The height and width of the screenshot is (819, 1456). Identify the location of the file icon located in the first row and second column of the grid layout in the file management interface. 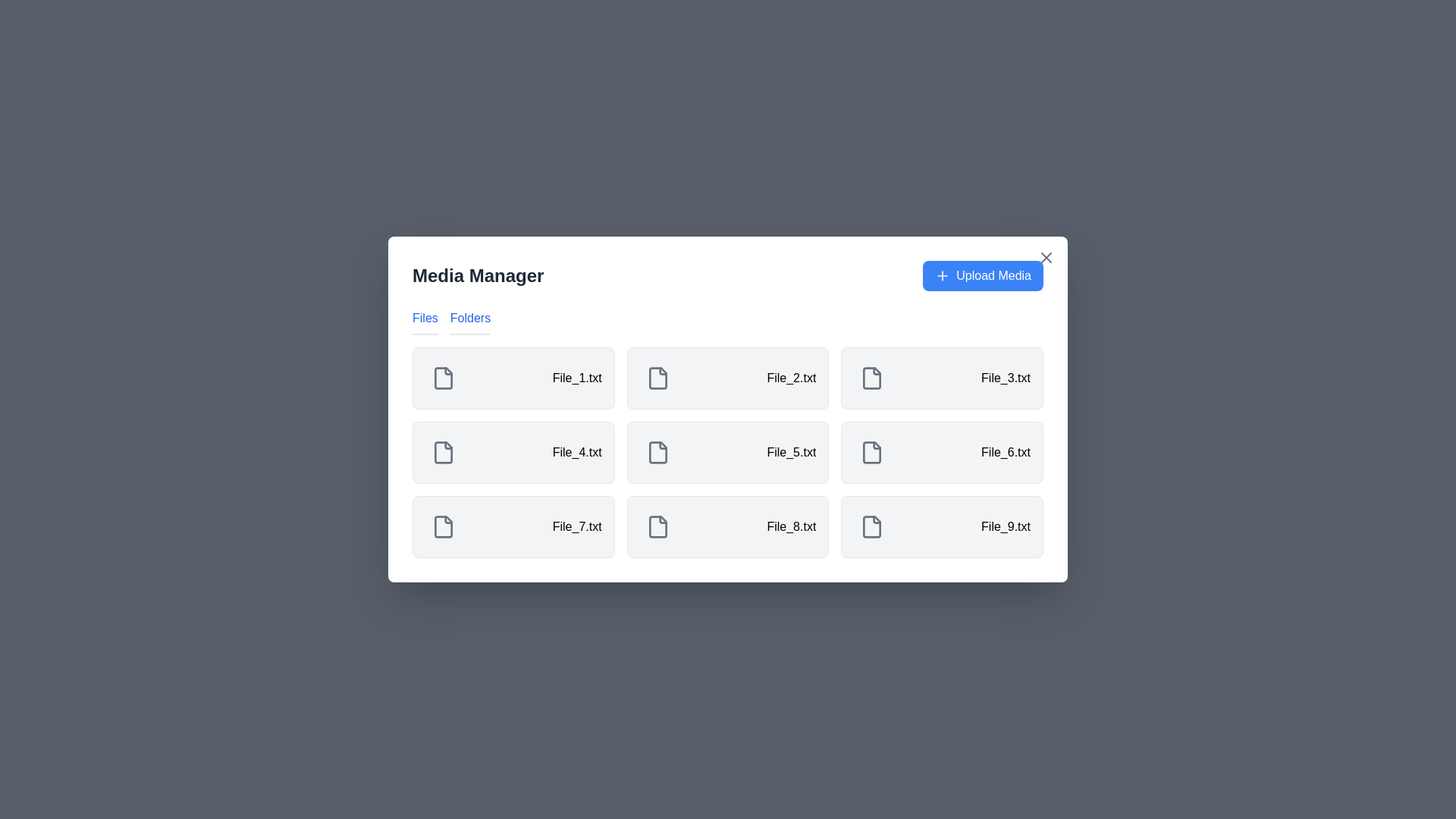
(657, 377).